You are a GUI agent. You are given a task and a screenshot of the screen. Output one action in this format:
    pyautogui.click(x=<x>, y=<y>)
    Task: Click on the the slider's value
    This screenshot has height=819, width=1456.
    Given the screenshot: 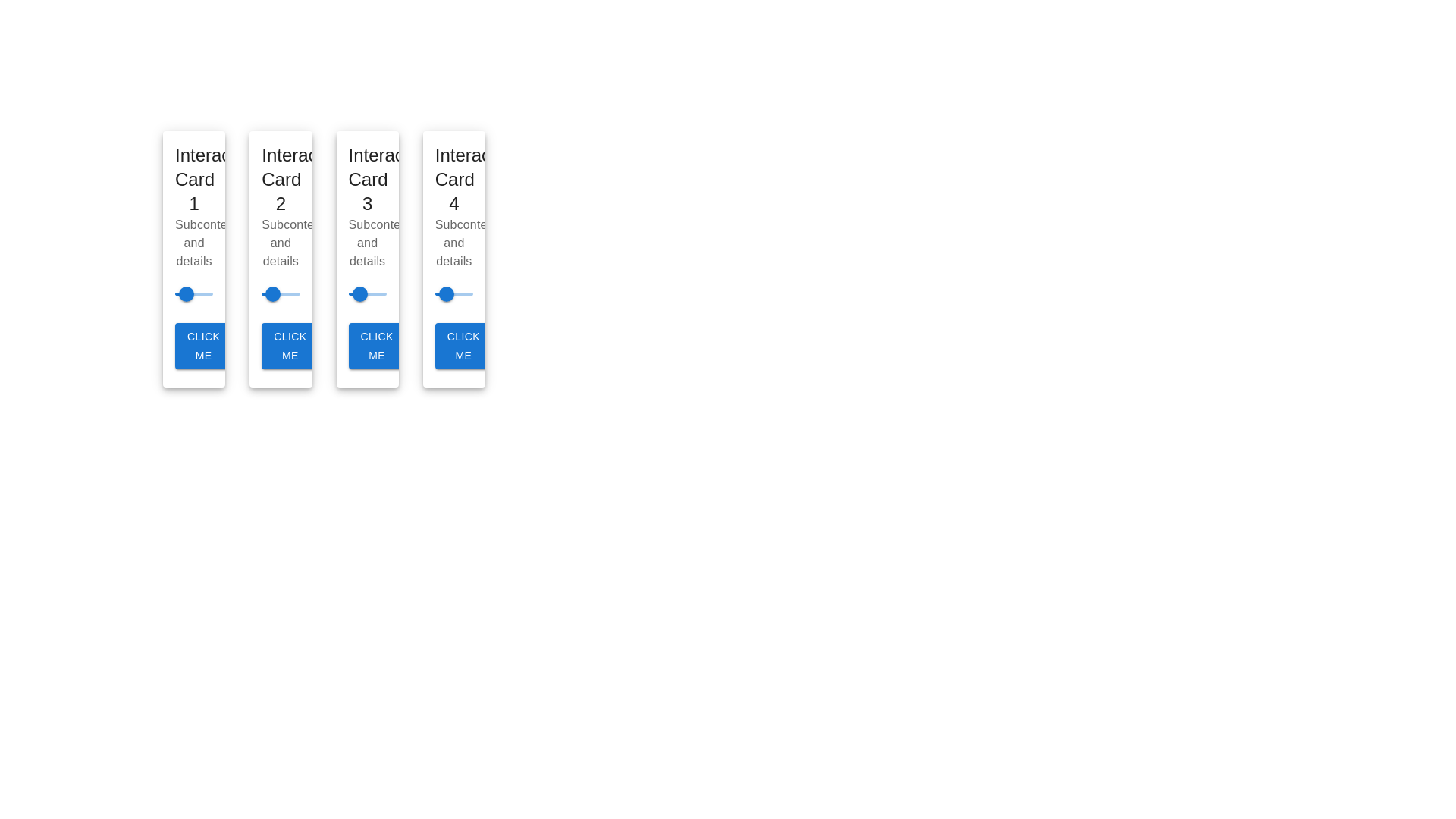 What is the action you would take?
    pyautogui.click(x=376, y=294)
    